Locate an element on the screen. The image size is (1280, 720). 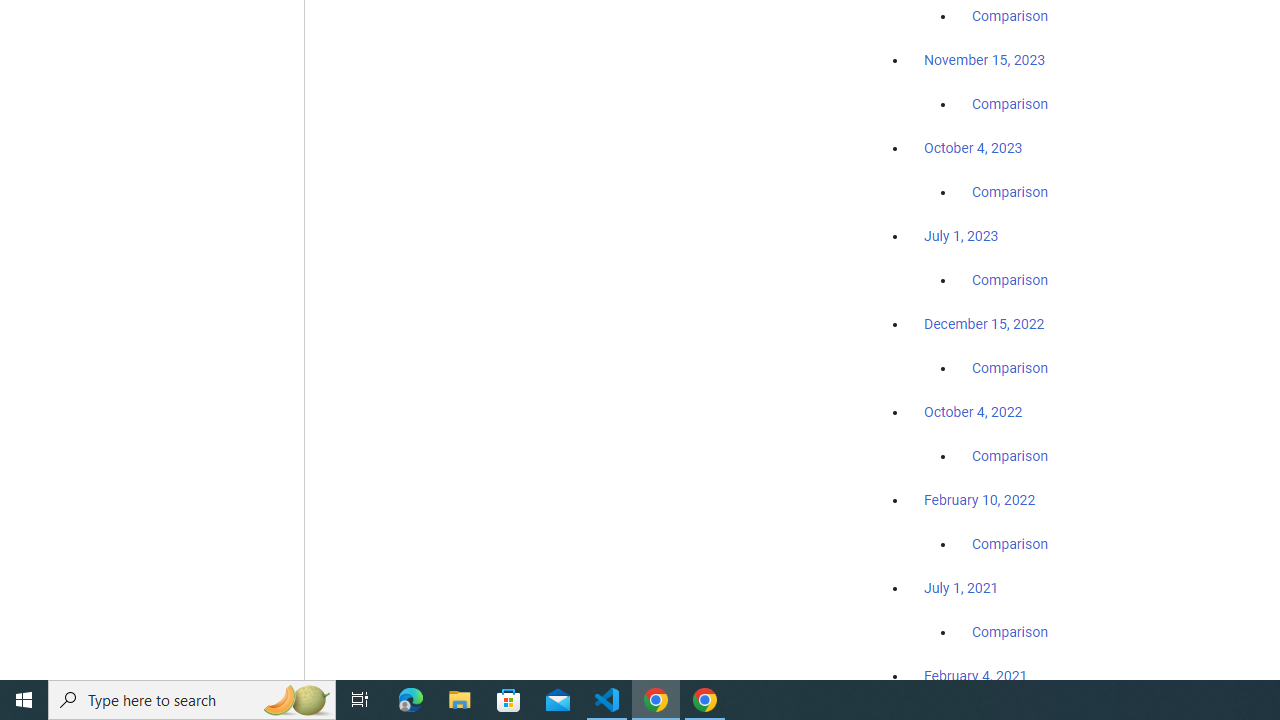
'February 4, 2021' is located at coordinates (976, 675).